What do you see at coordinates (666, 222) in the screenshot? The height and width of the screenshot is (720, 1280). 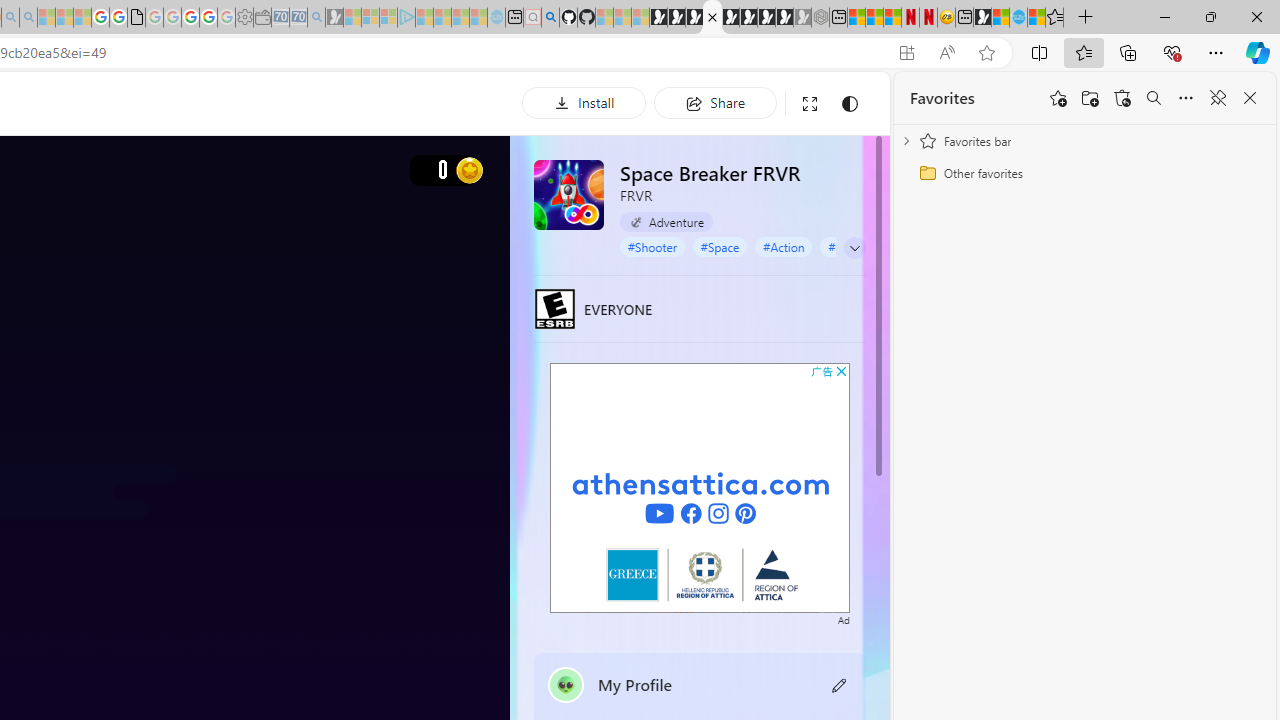 I see `'Adventure'` at bounding box center [666, 222].